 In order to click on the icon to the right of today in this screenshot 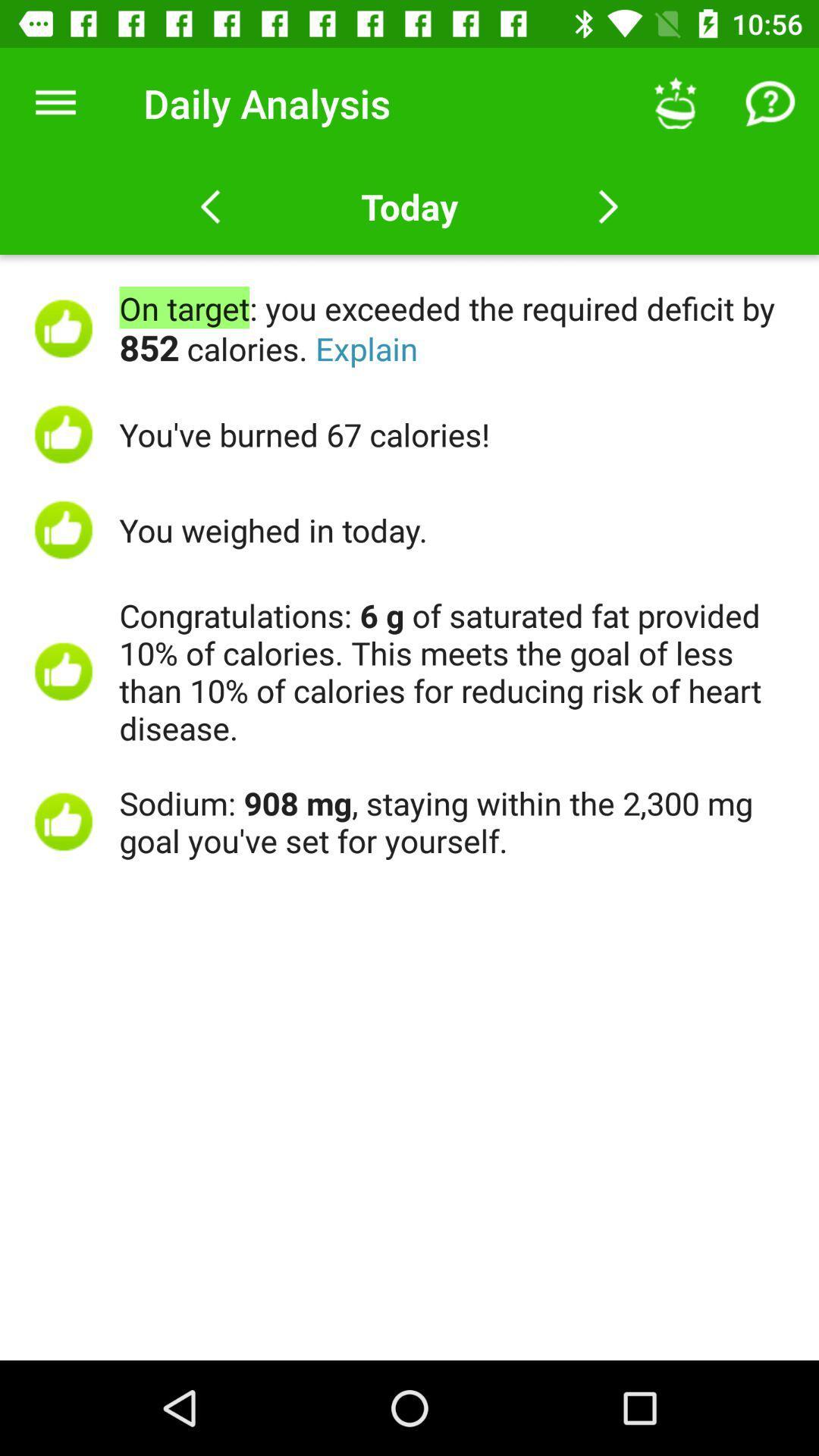, I will do `click(675, 102)`.